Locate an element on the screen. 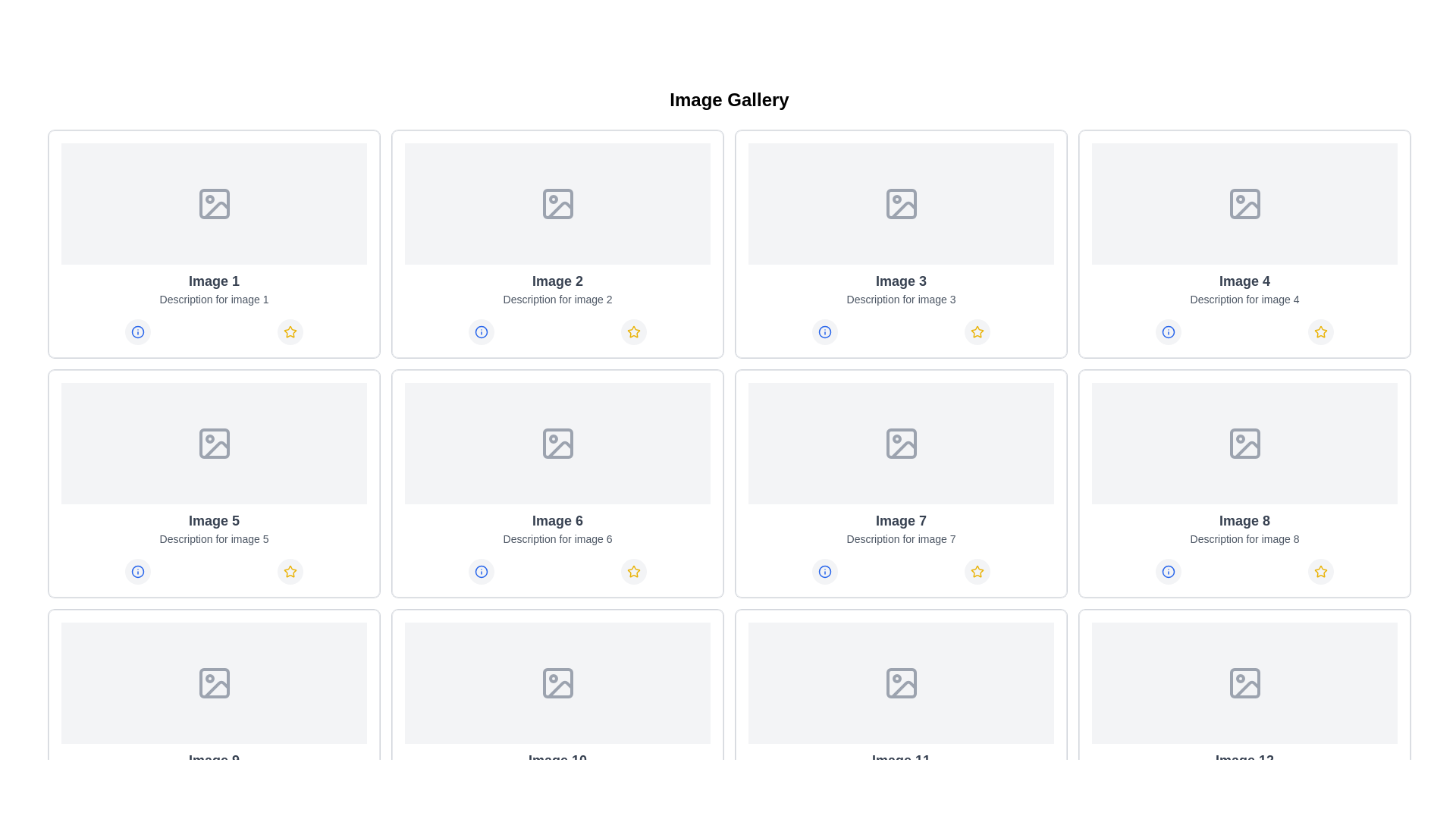 Image resolution: width=1456 pixels, height=819 pixels. the blue circular icon located below the 'Image 4' label in the fourth tile of the grid layout is located at coordinates (1167, 331).